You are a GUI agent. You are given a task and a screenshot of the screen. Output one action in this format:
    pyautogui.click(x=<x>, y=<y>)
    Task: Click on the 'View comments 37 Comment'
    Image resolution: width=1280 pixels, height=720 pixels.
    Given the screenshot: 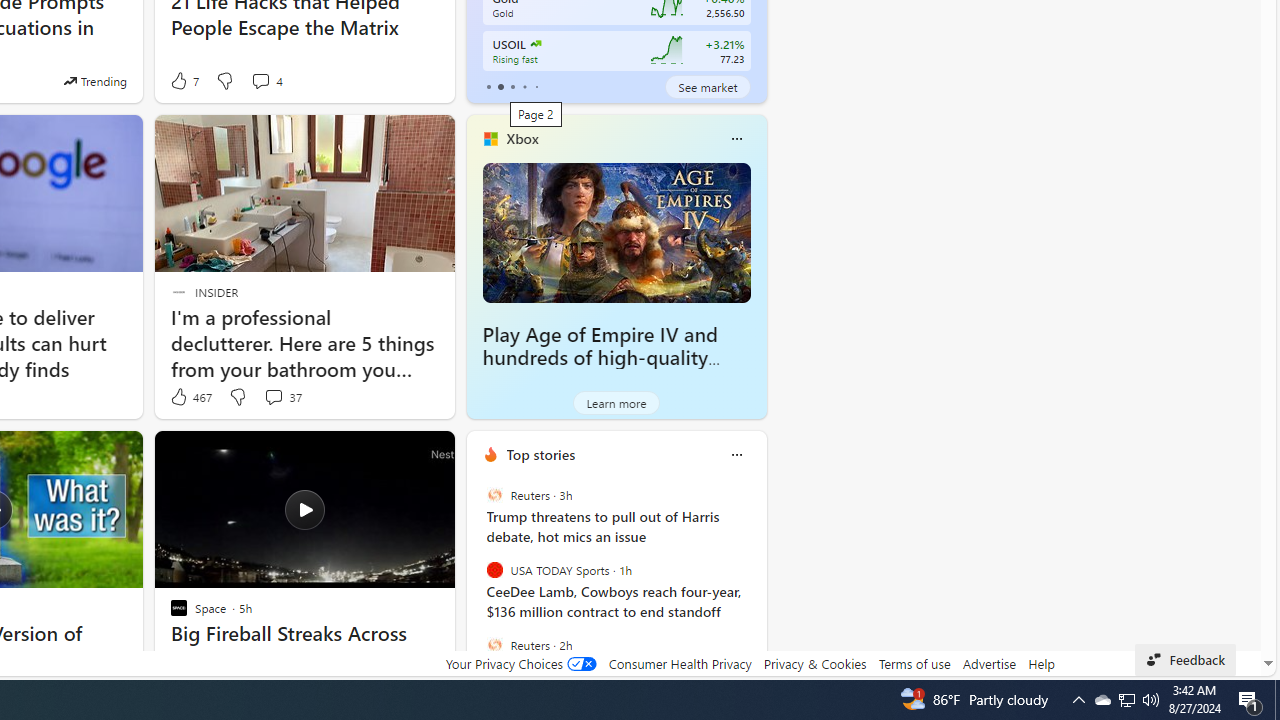 What is the action you would take?
    pyautogui.click(x=281, y=397)
    